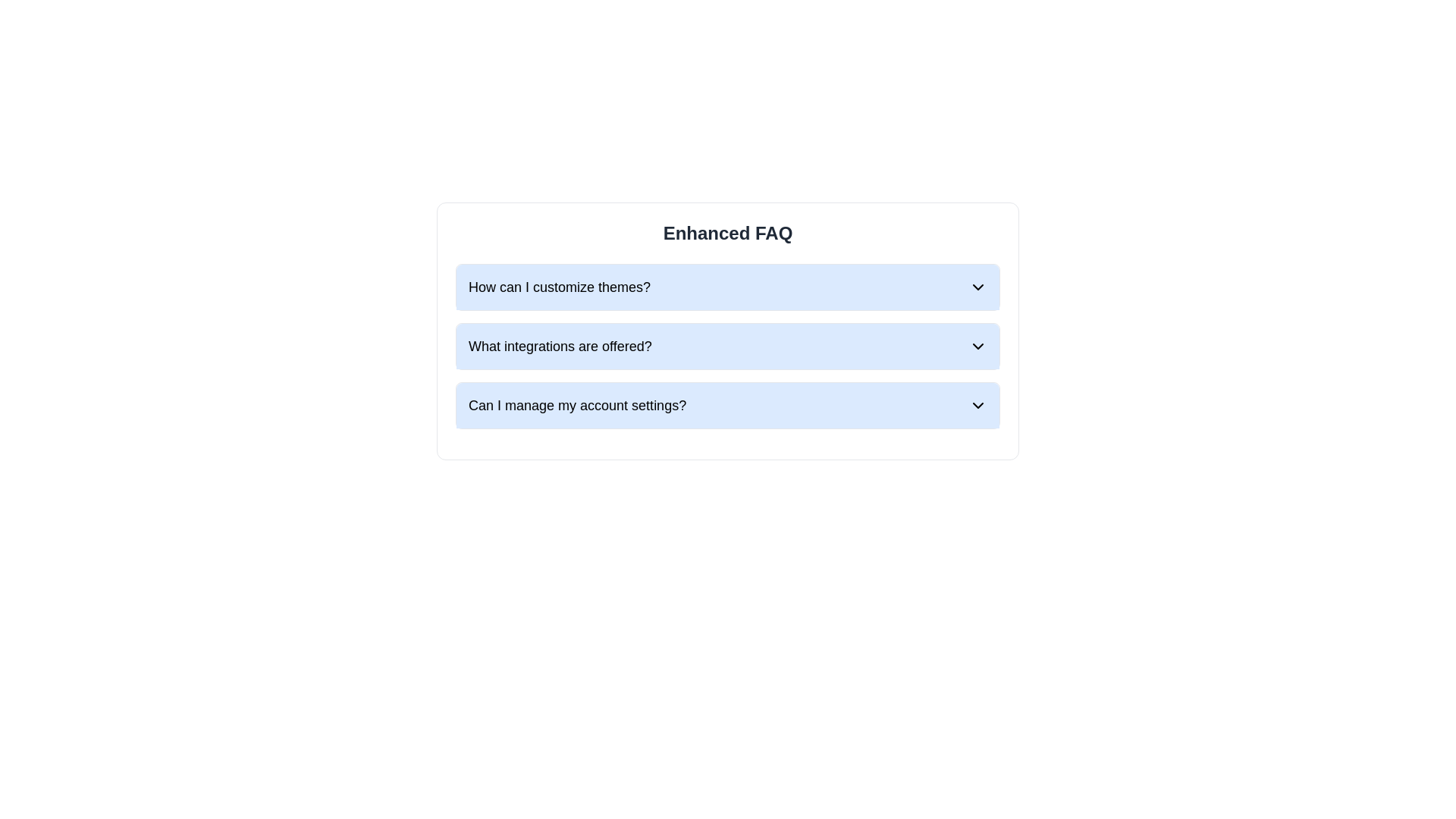  I want to click on the downward-pointing chevron icon located on the right side of the row titled 'What integrations are offered?', so click(978, 346).